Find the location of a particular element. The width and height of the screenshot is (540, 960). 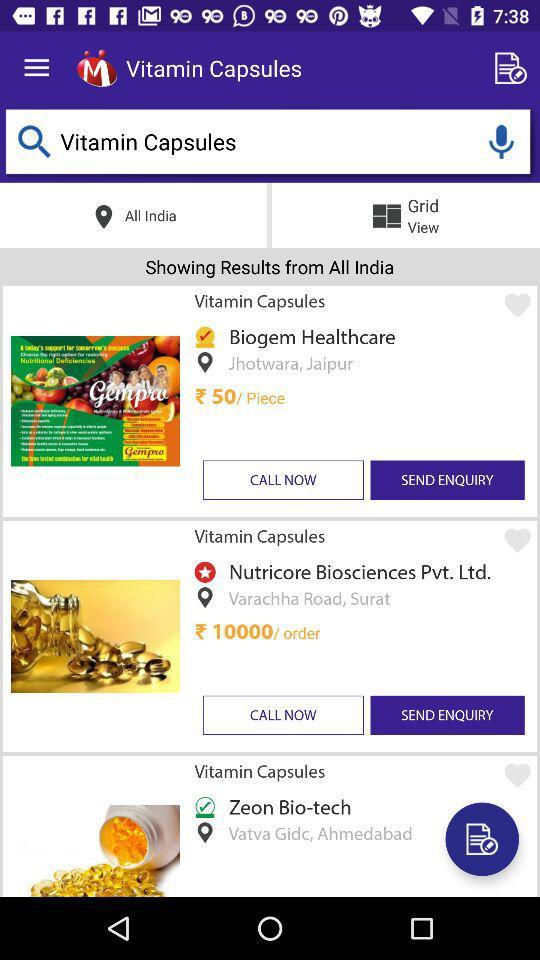

biogem healthcare is located at coordinates (308, 336).